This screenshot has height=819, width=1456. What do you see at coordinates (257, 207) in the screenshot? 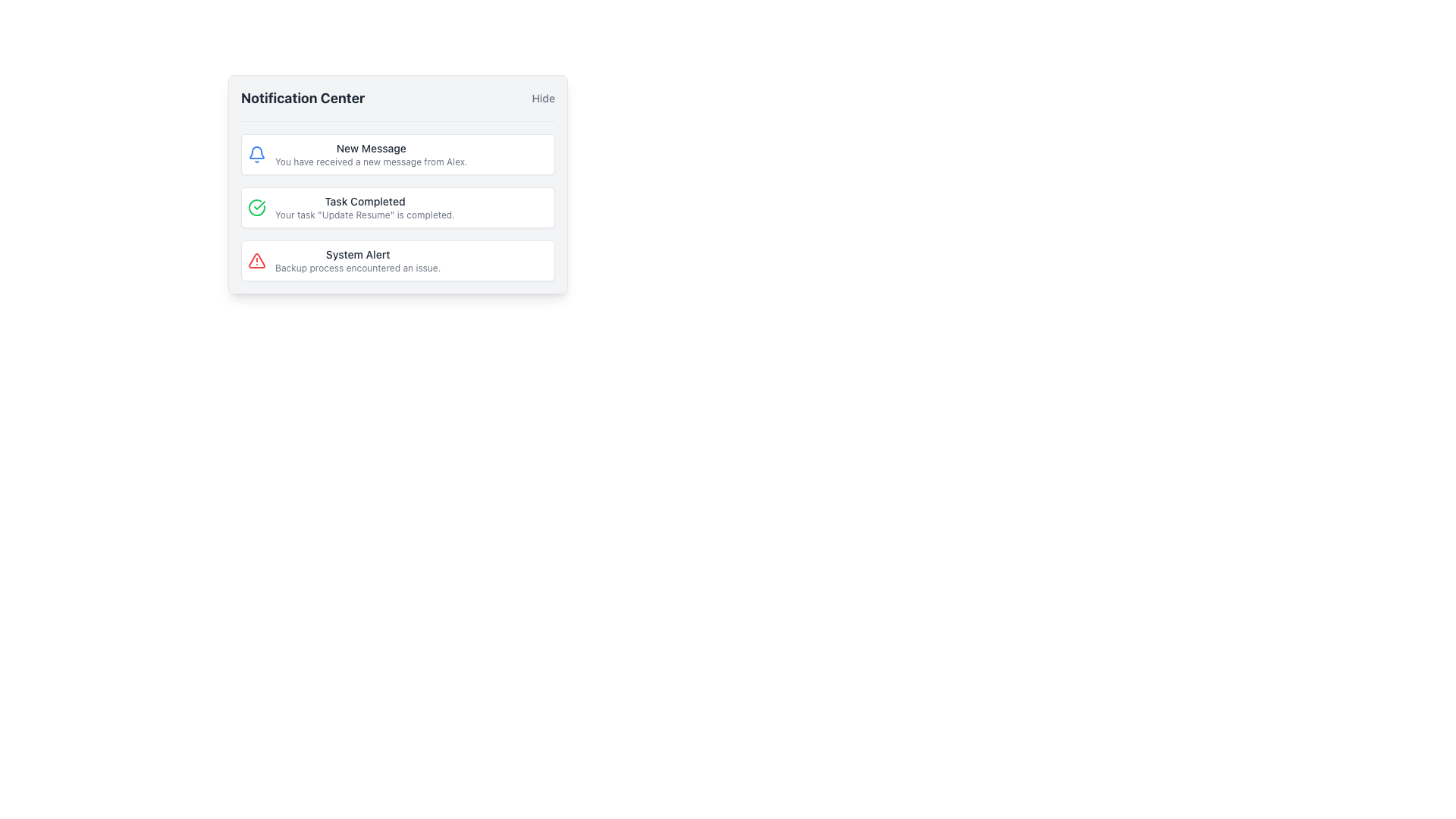
I see `the completion status icon next to the 'Task Completed' text in the second notification of the Notification Center` at bounding box center [257, 207].